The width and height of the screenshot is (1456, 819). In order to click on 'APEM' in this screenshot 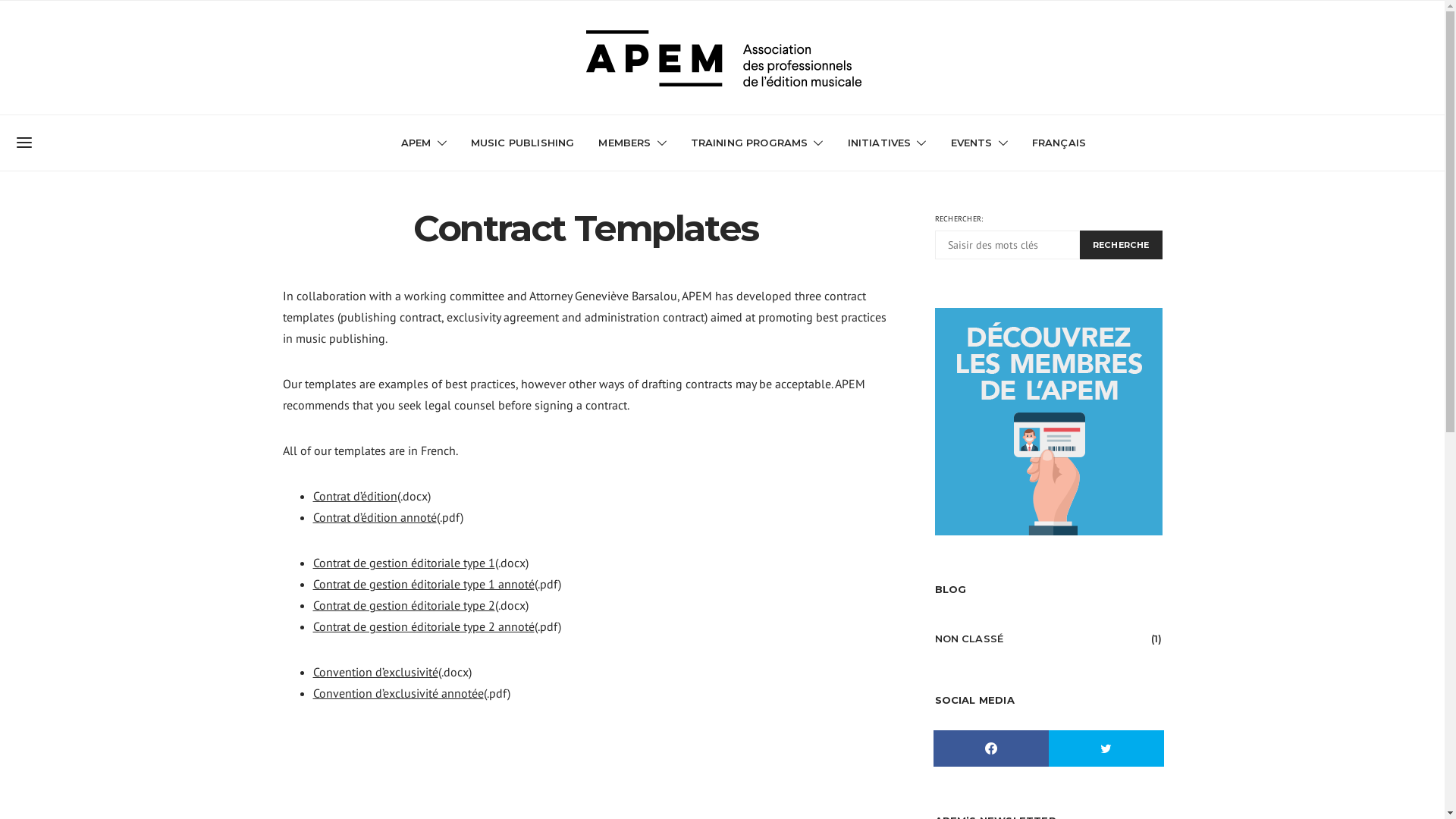, I will do `click(400, 143)`.